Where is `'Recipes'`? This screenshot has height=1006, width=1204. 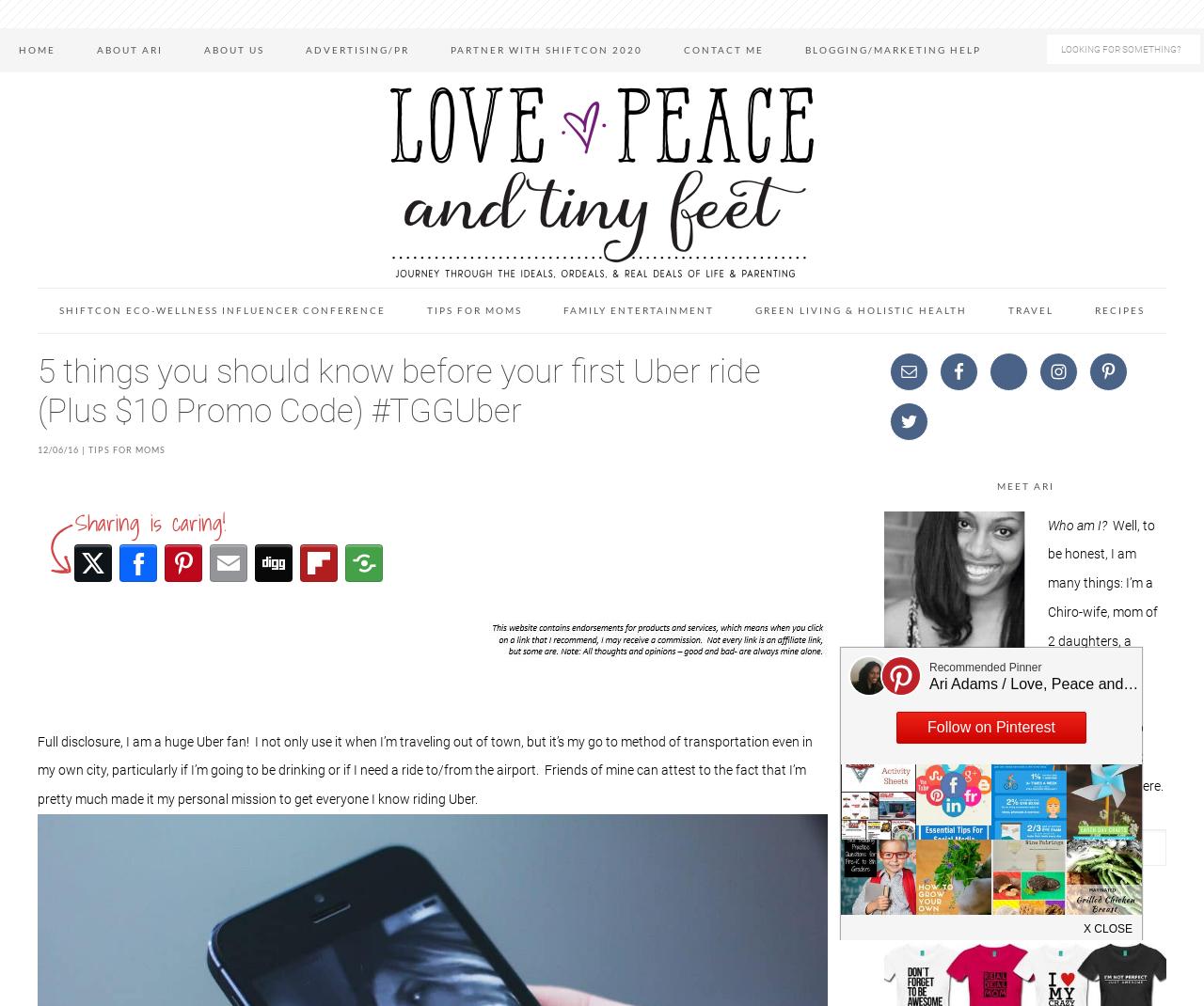 'Recipes' is located at coordinates (1095, 309).